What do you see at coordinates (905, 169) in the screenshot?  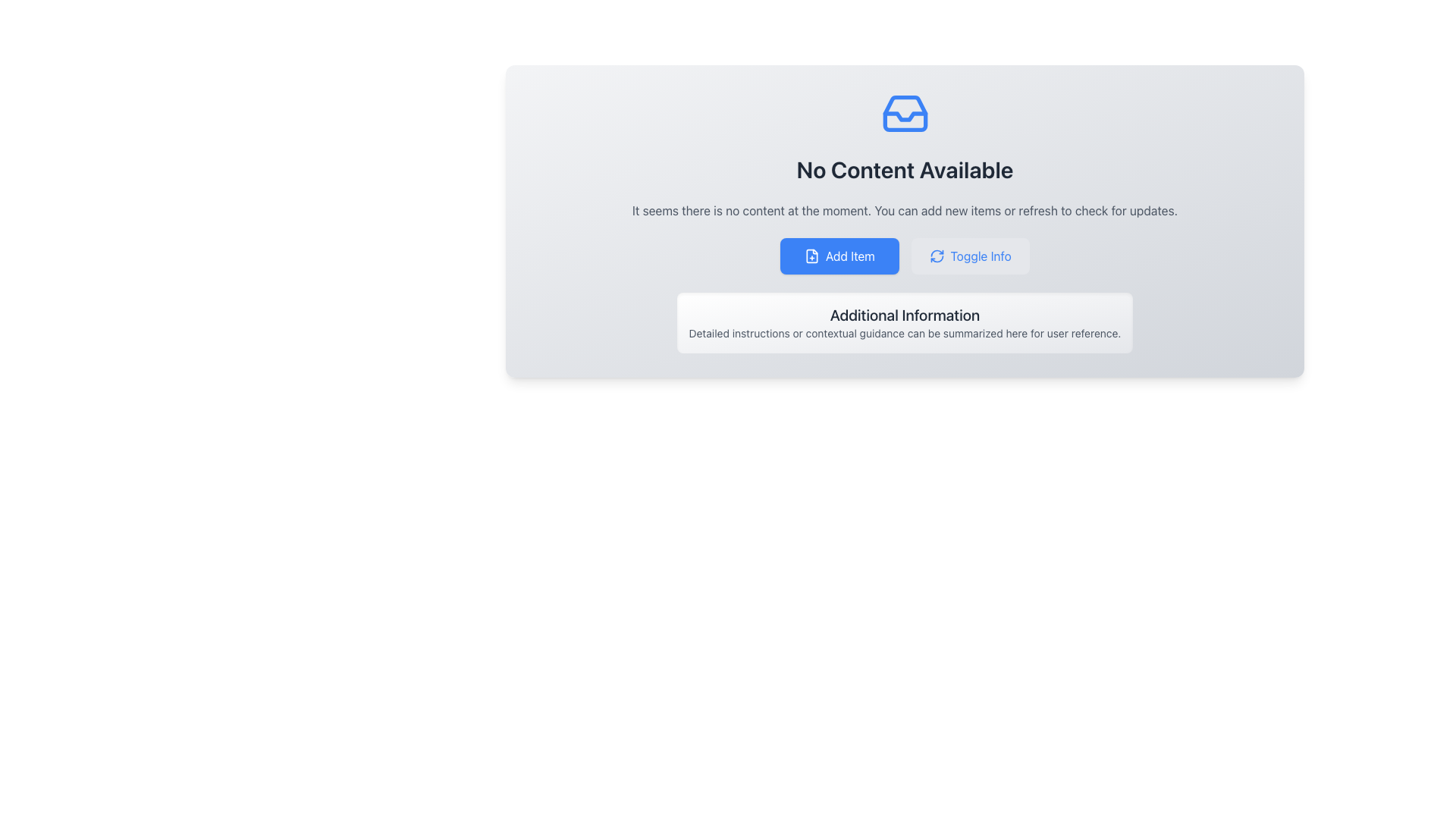 I see `the Text Label that indicates the current state of content availability, signaling users that no content is currently present` at bounding box center [905, 169].